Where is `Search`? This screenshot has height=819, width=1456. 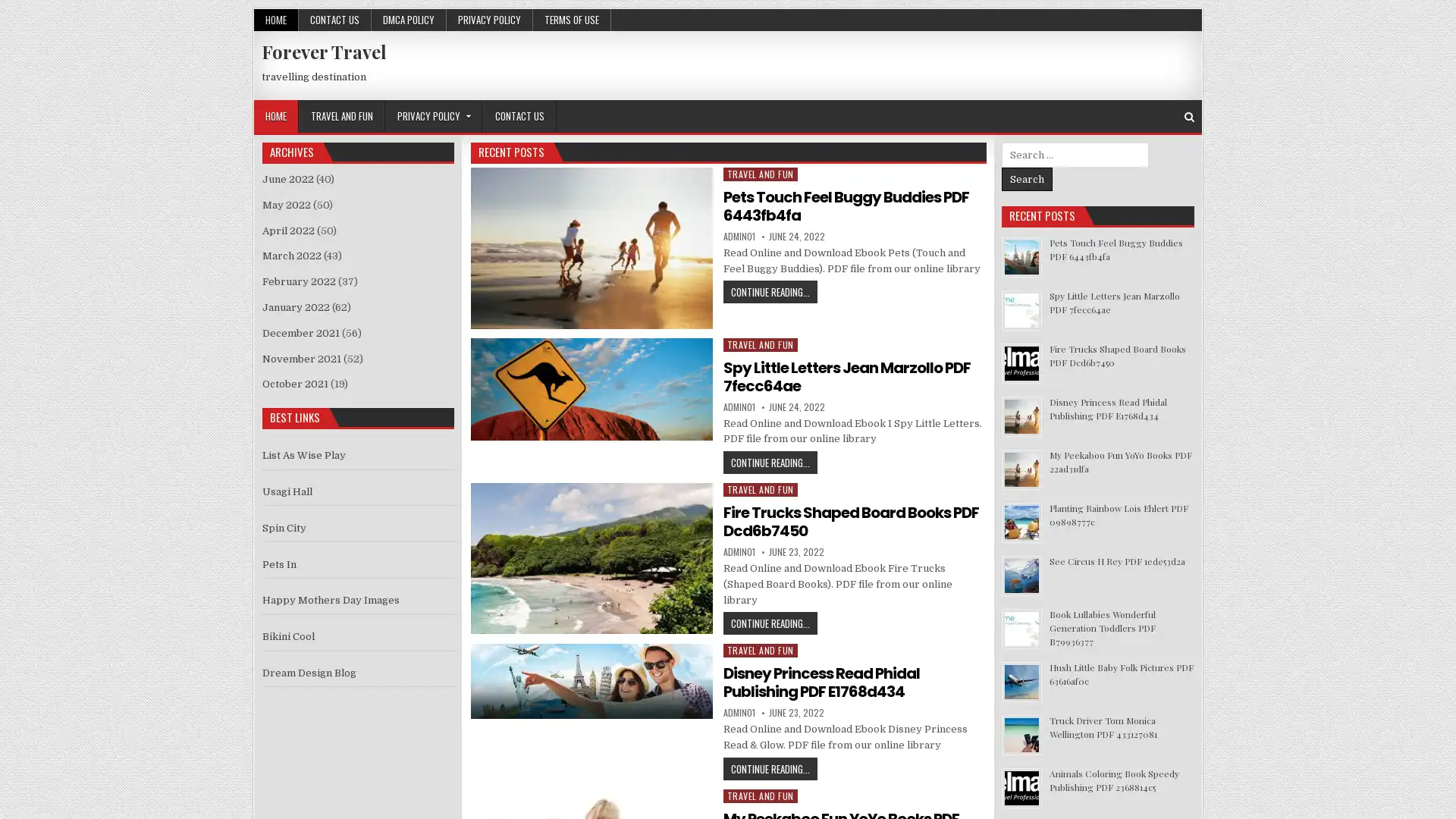 Search is located at coordinates (1027, 178).